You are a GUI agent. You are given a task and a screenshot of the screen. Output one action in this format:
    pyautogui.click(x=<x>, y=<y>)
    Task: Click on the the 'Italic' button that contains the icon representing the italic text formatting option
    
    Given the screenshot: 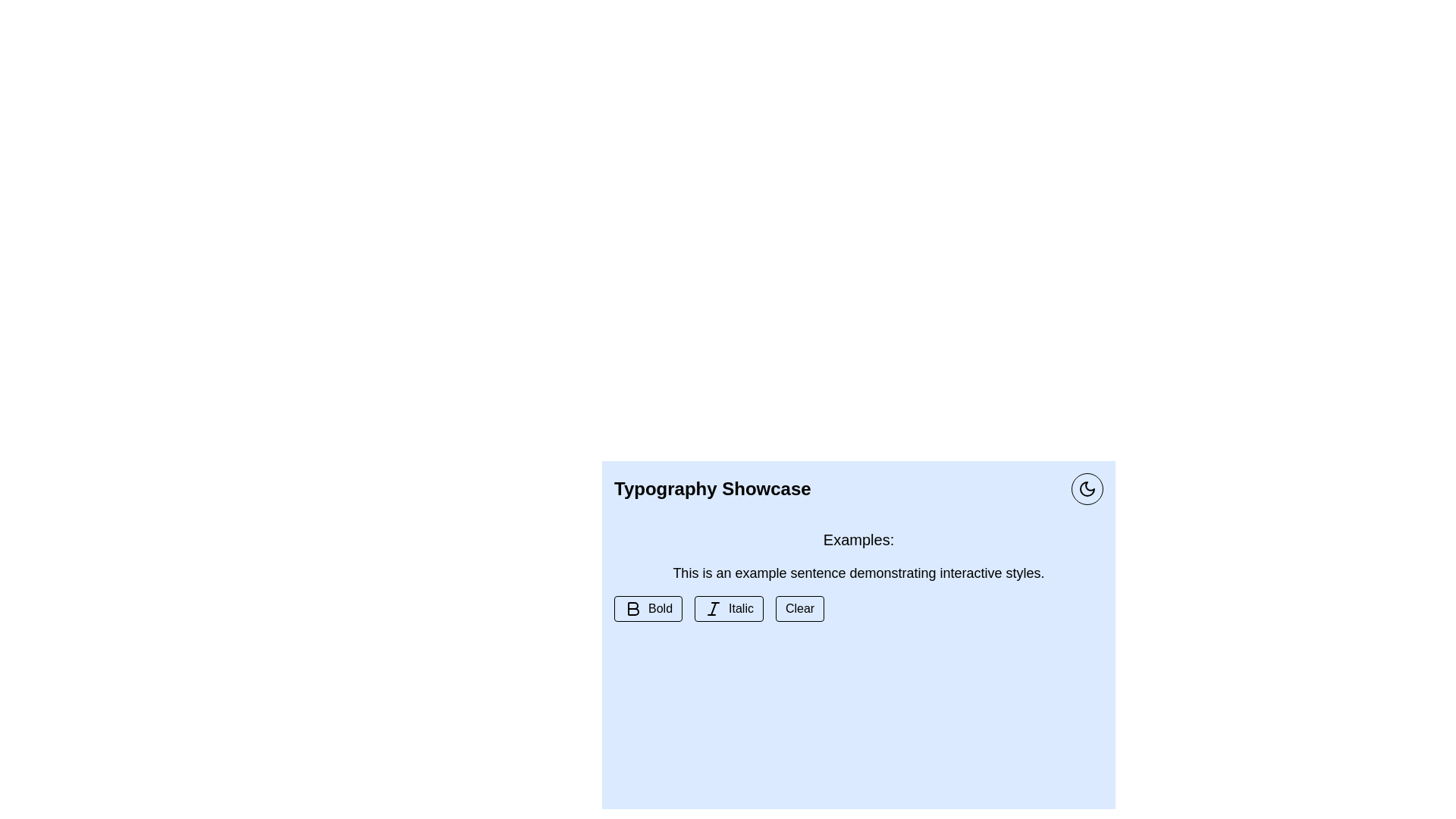 What is the action you would take?
    pyautogui.click(x=712, y=607)
    